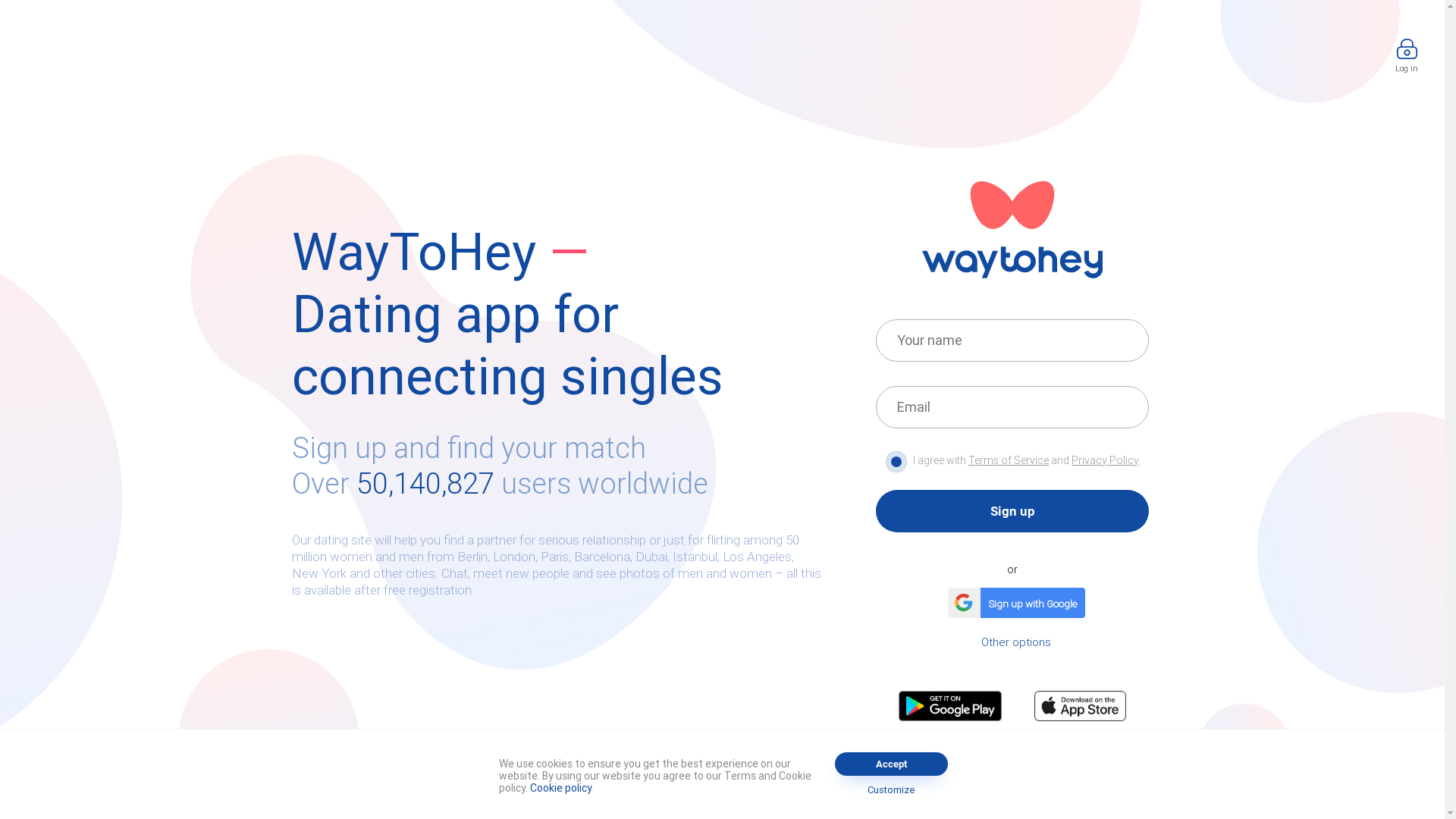 The width and height of the screenshot is (1456, 819). What do you see at coordinates (425, 483) in the screenshot?
I see `'50,140,827'` at bounding box center [425, 483].